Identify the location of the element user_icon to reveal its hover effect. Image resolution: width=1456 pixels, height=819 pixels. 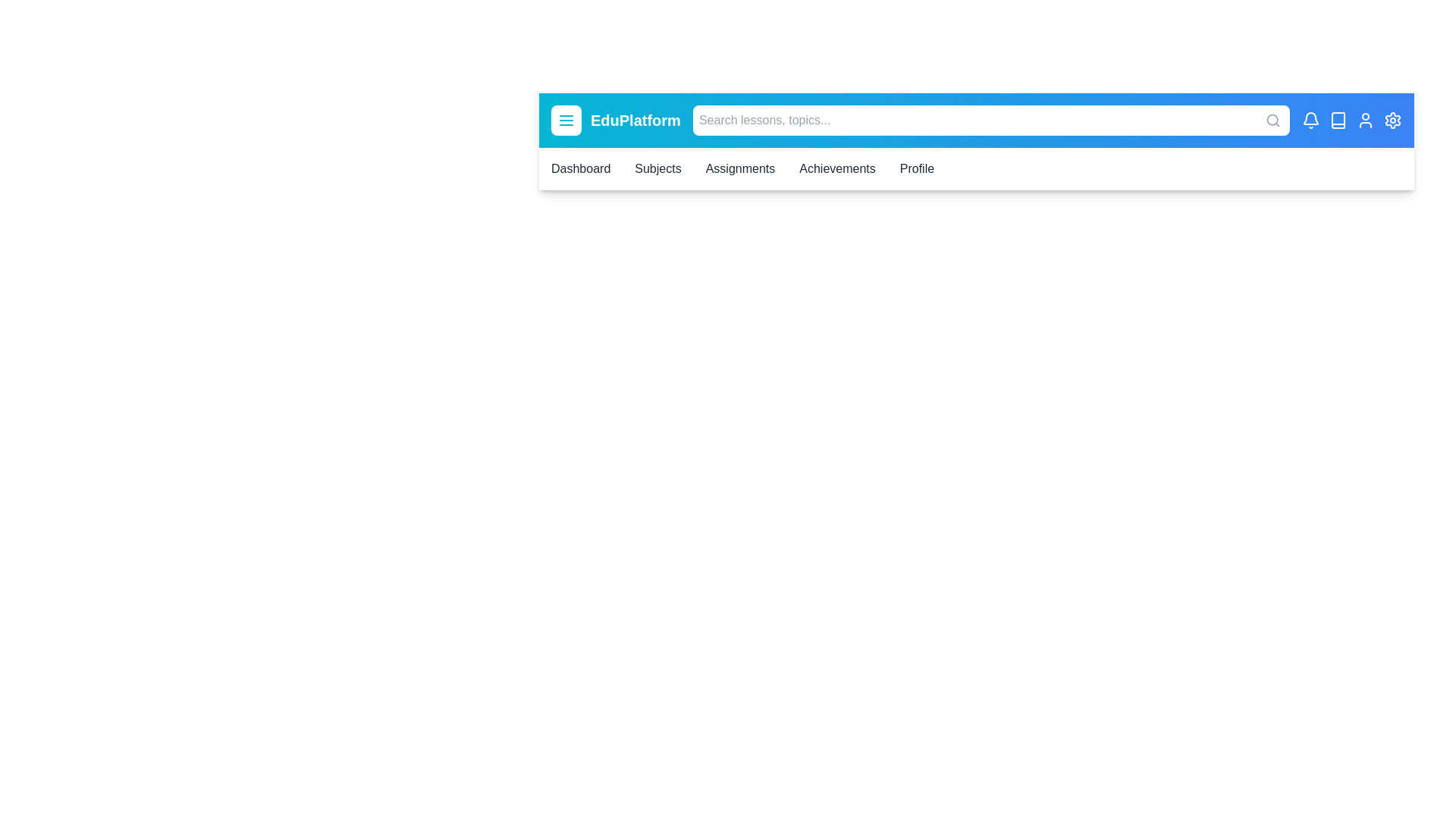
(1365, 119).